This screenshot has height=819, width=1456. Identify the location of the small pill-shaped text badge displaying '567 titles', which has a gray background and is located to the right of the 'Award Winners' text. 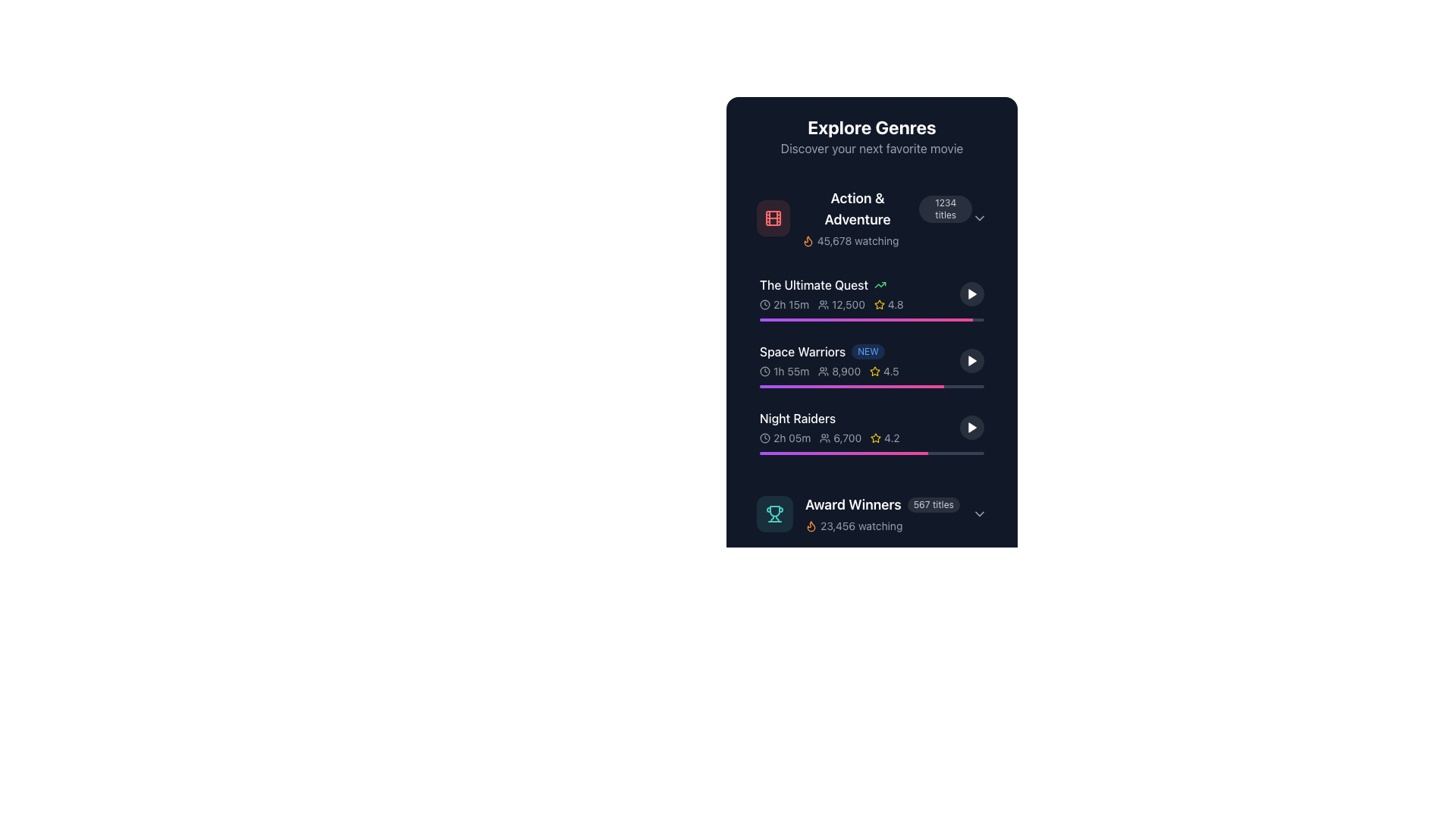
(933, 505).